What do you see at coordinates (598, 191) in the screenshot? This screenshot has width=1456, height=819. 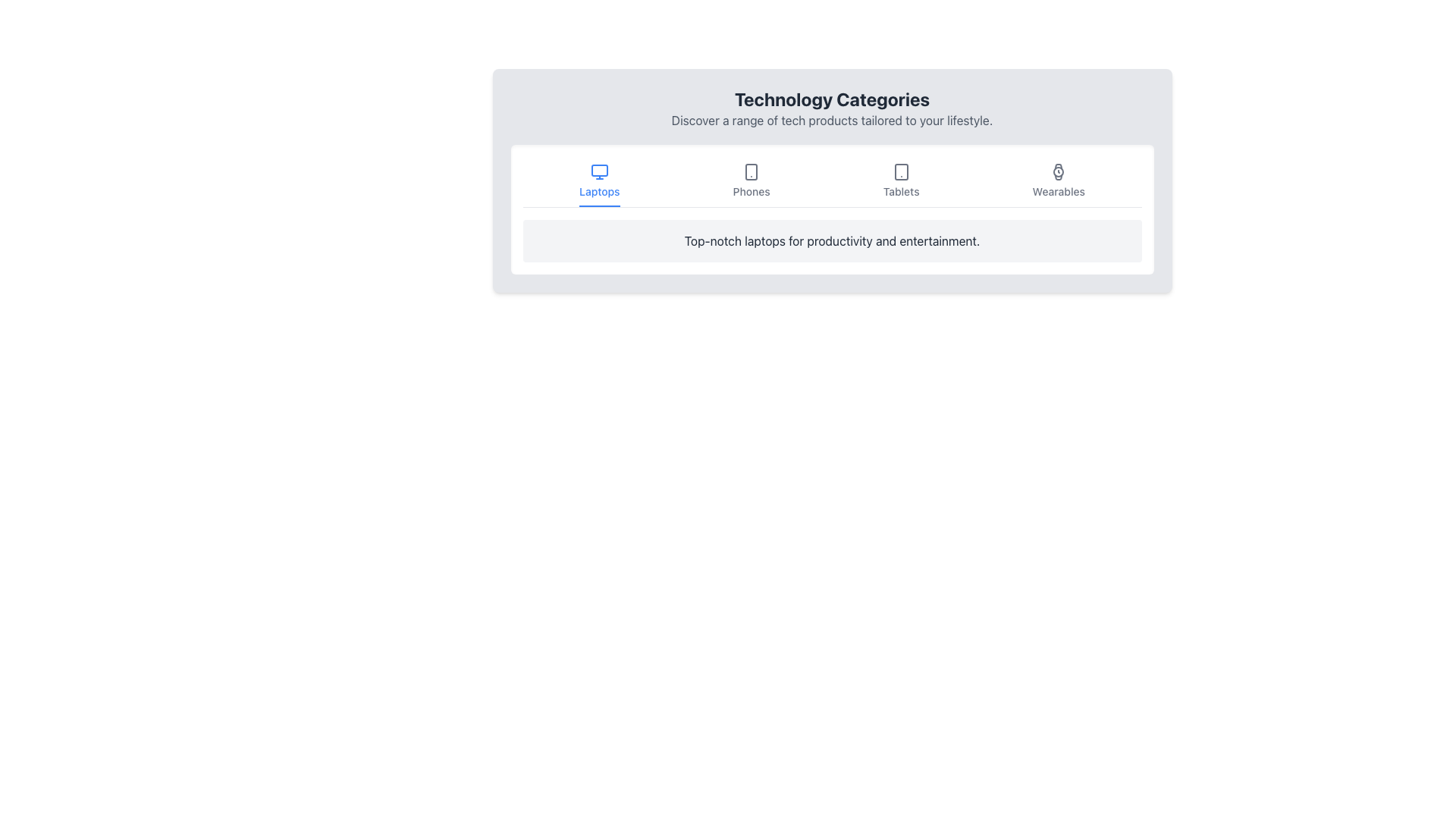 I see `text label that identifies the laptops category, located directly under the monitor icon in a horizontal list of categories` at bounding box center [598, 191].